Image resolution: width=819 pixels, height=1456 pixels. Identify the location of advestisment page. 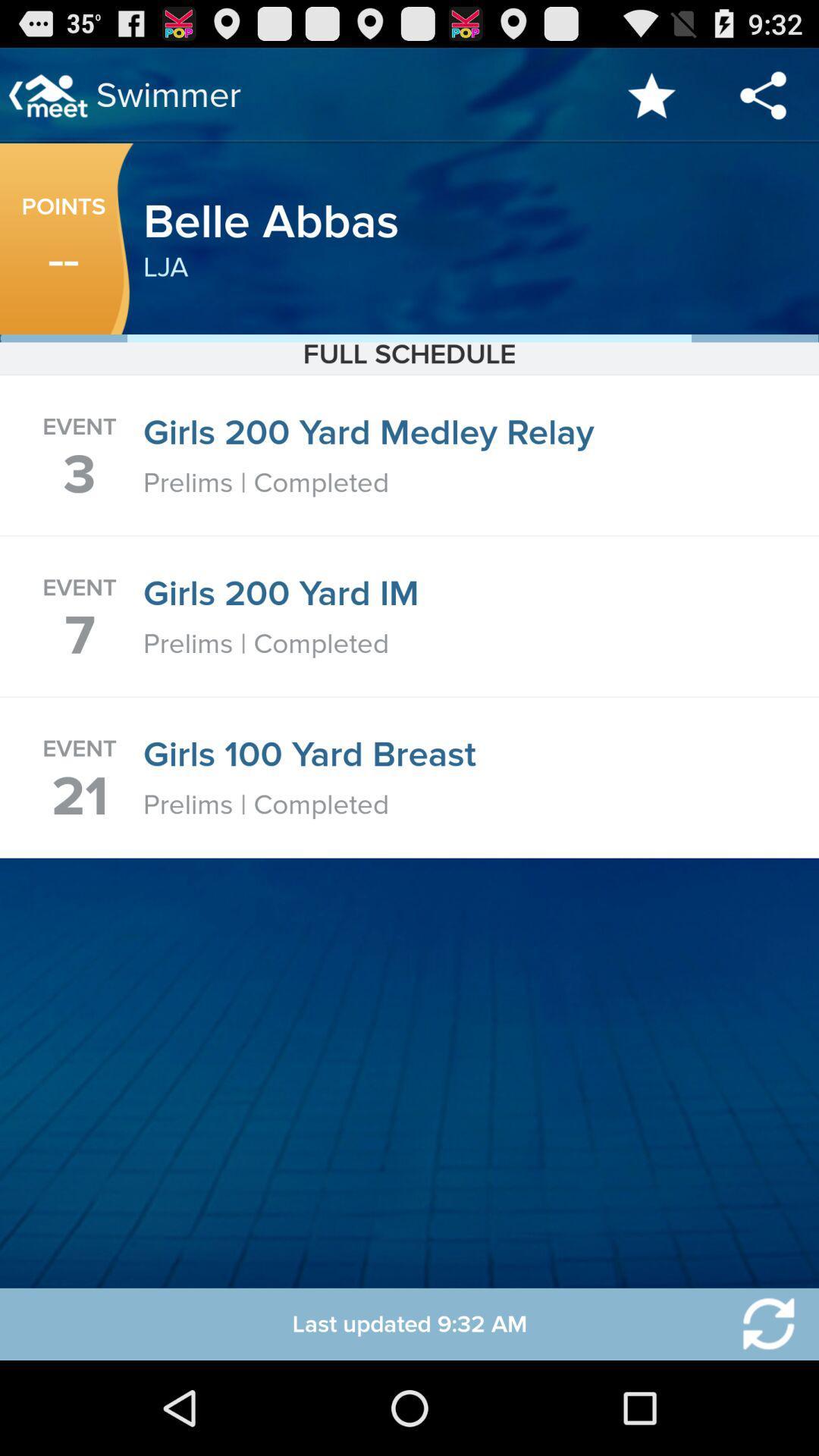
(759, 1323).